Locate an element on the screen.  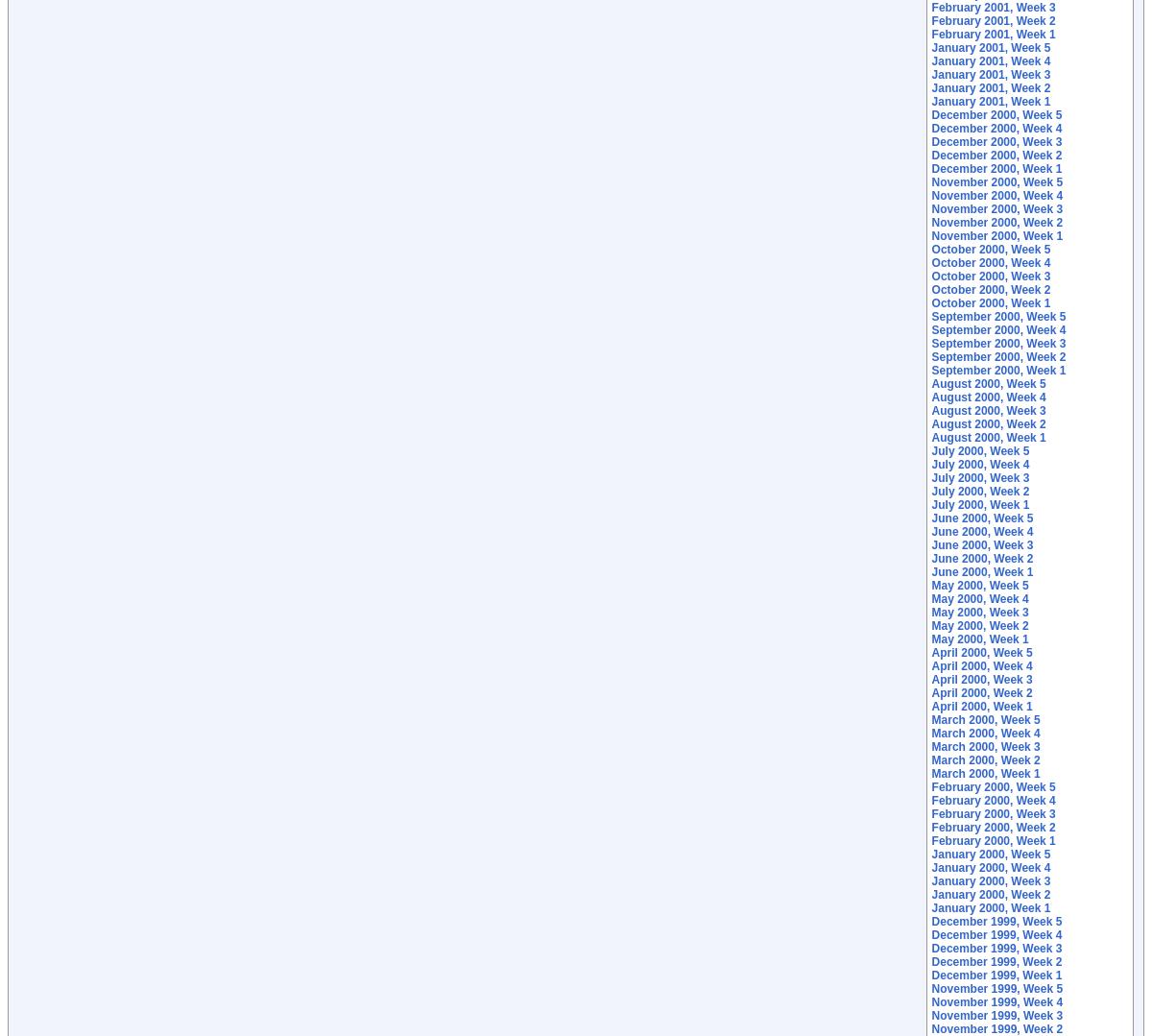
'February 2000, Week 5' is located at coordinates (930, 786).